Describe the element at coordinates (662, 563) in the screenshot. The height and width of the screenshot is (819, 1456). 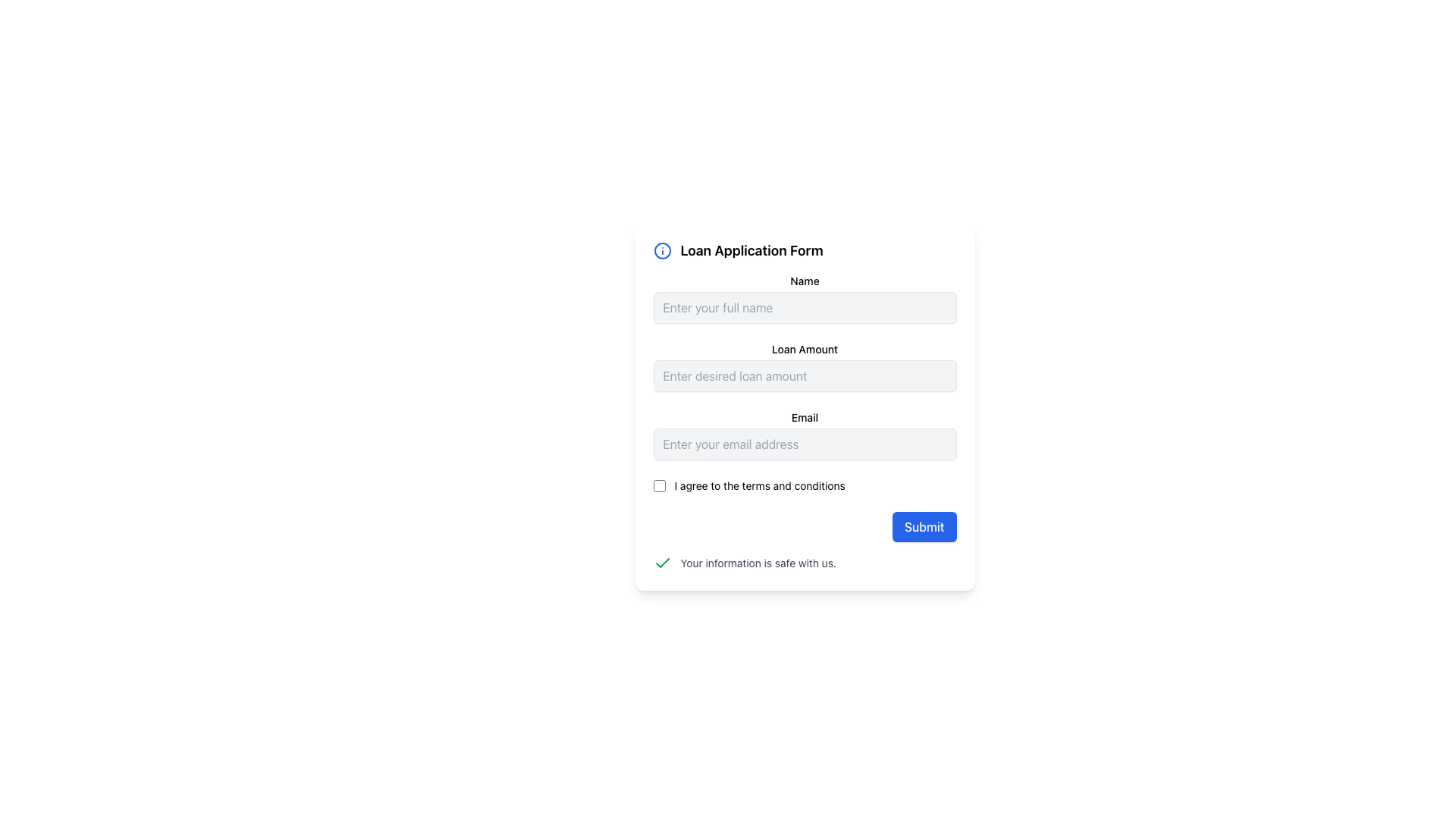
I see `the approval icon located in the bottom-left section of the modal-like form card, adjacent to the text 'Your information is safe with us.'` at that location.